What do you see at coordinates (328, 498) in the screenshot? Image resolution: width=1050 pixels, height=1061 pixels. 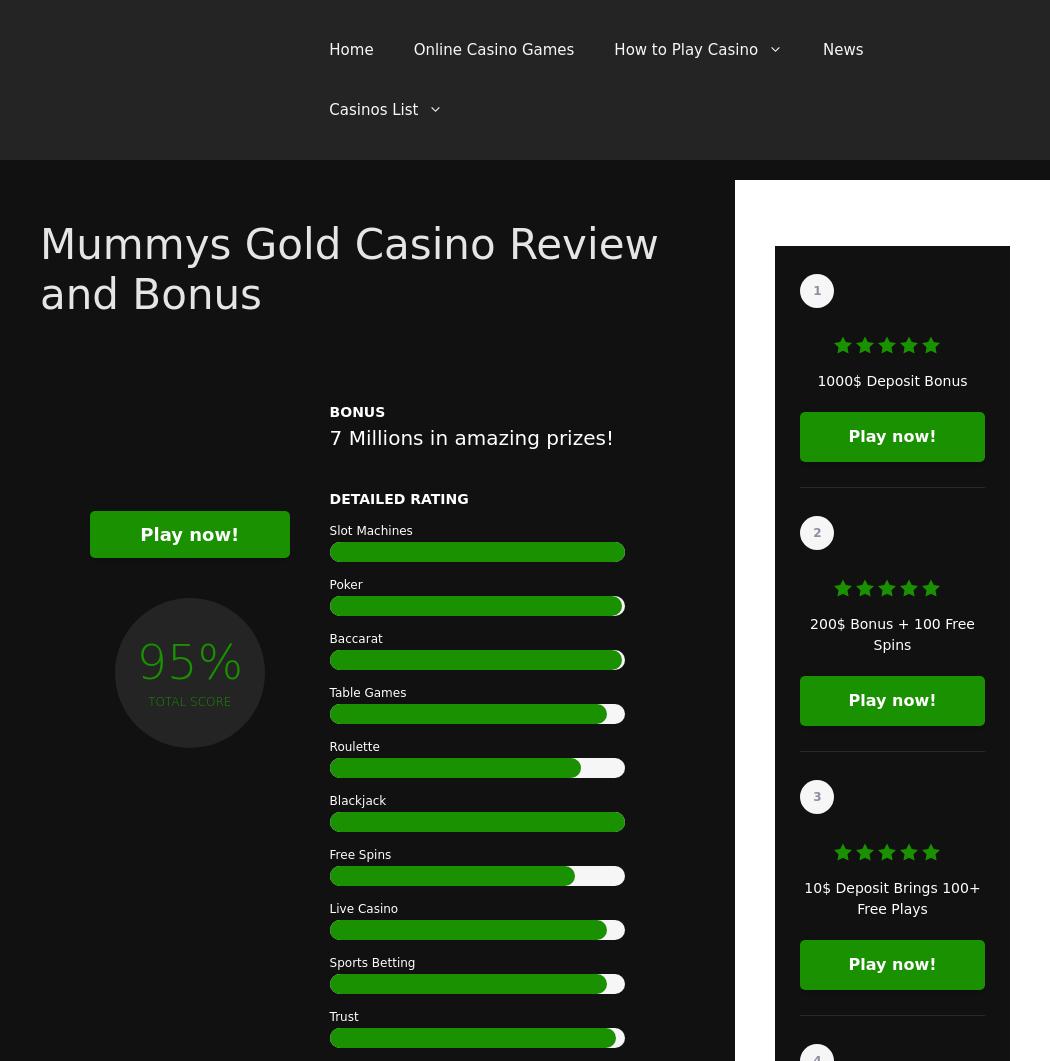 I see `'DETAILED RATING'` at bounding box center [328, 498].